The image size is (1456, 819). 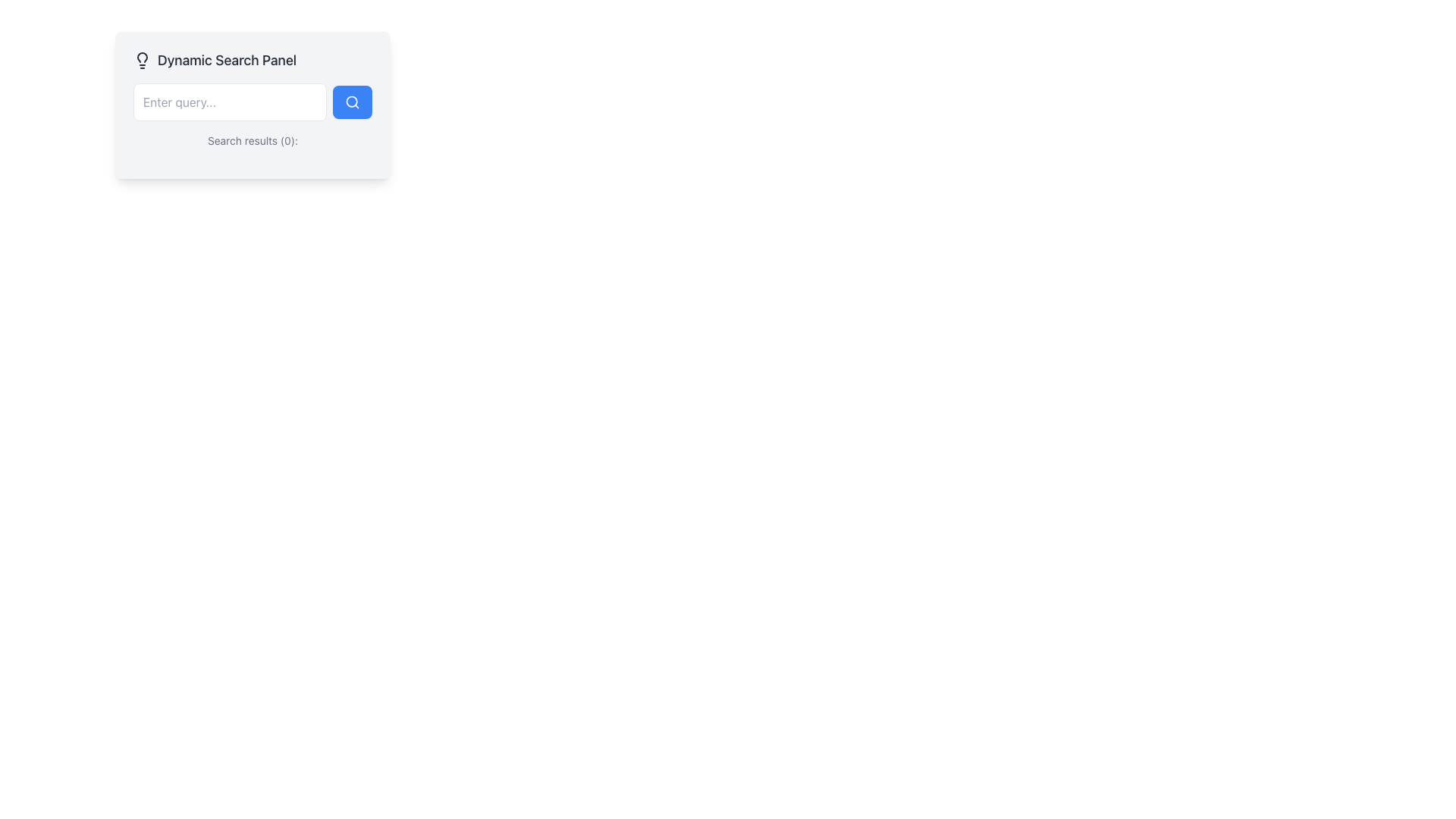 I want to click on the circular magnifying glass icon that represents the search functionality, which is styled in white on a blue square background, located on the right side of the search input field, so click(x=352, y=102).